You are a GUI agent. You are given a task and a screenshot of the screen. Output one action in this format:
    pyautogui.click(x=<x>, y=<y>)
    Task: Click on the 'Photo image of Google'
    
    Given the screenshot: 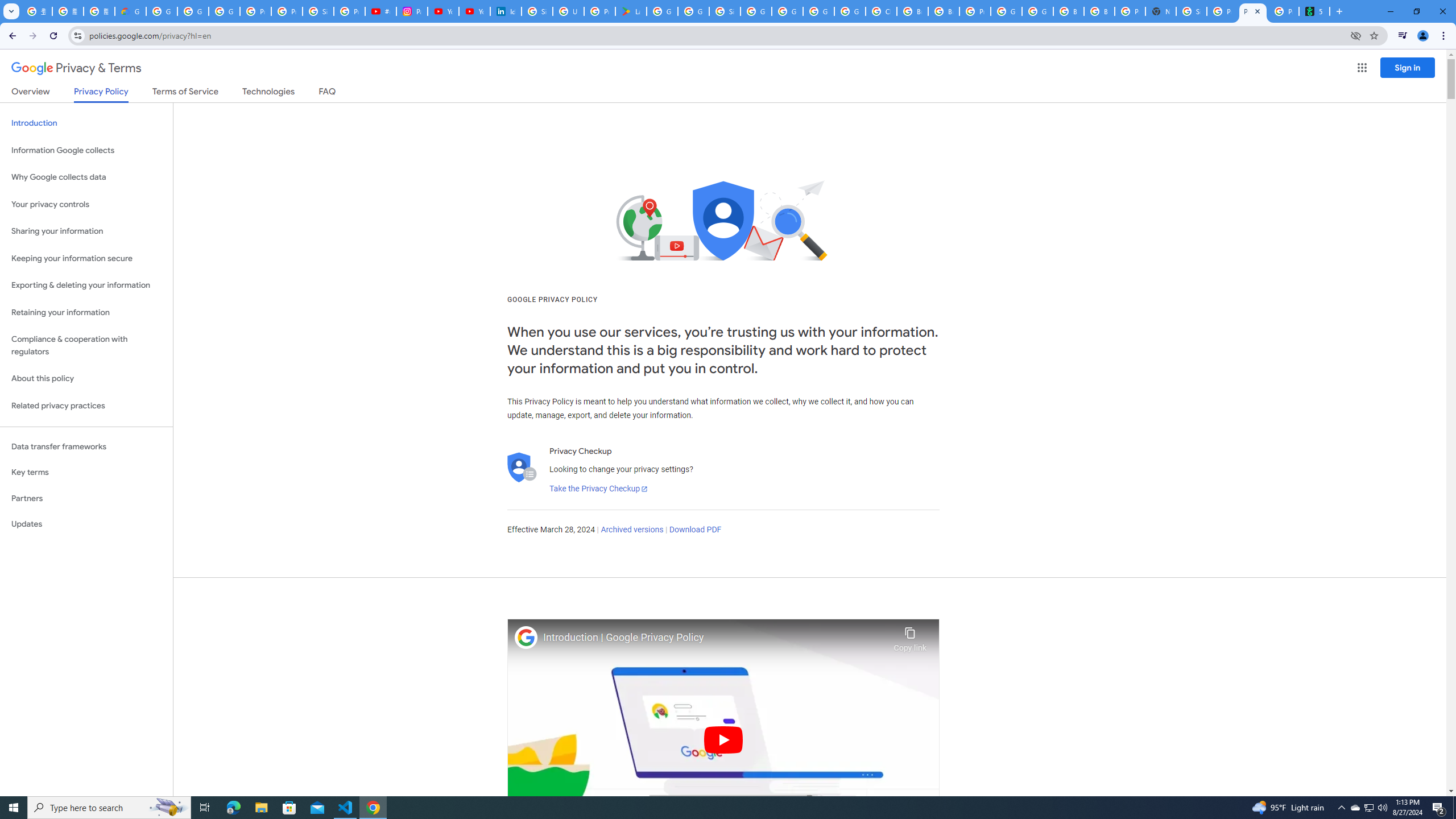 What is the action you would take?
    pyautogui.click(x=526, y=636)
    